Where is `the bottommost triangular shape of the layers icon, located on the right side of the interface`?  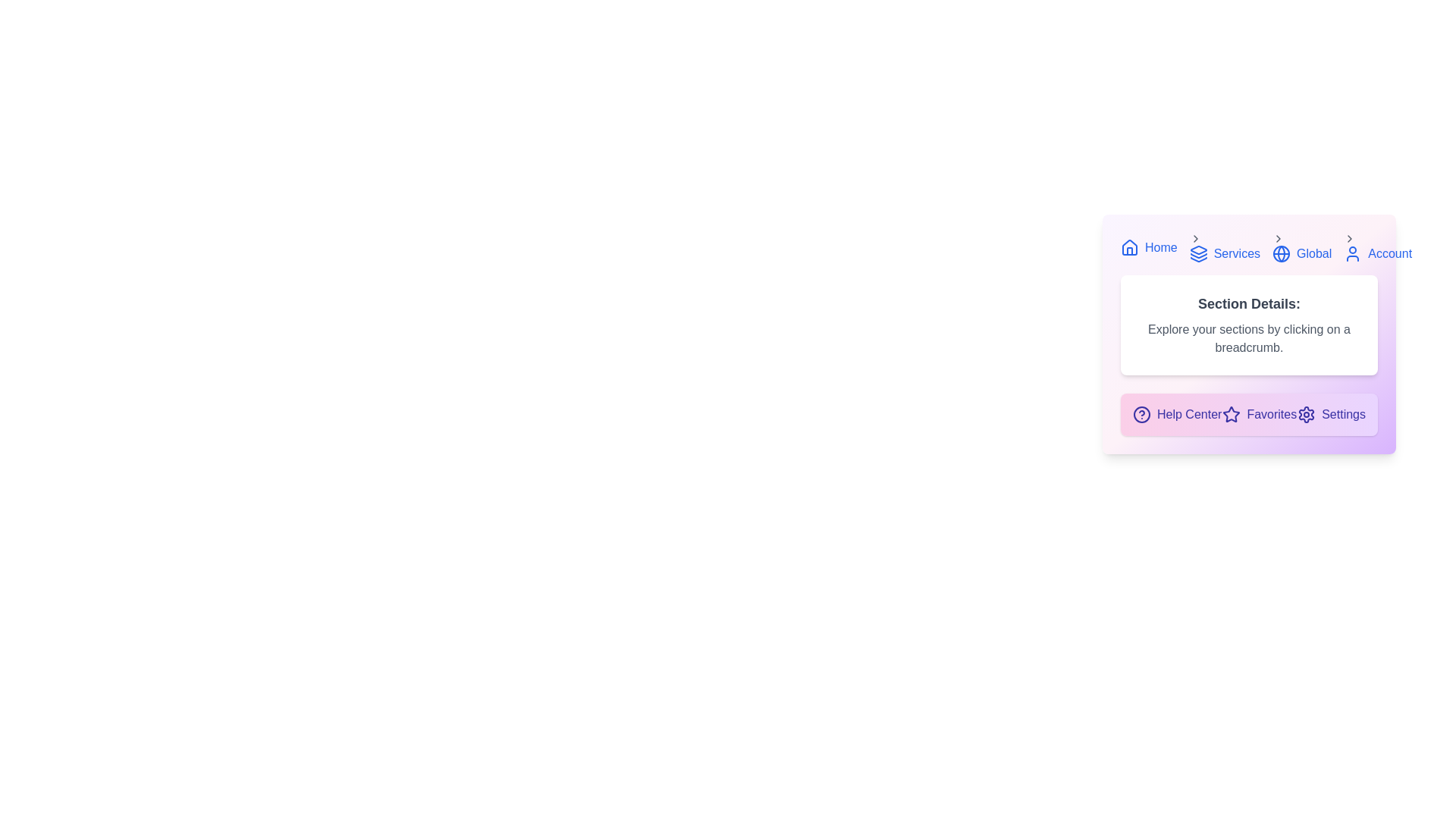 the bottommost triangular shape of the layers icon, located on the right side of the interface is located at coordinates (1197, 259).